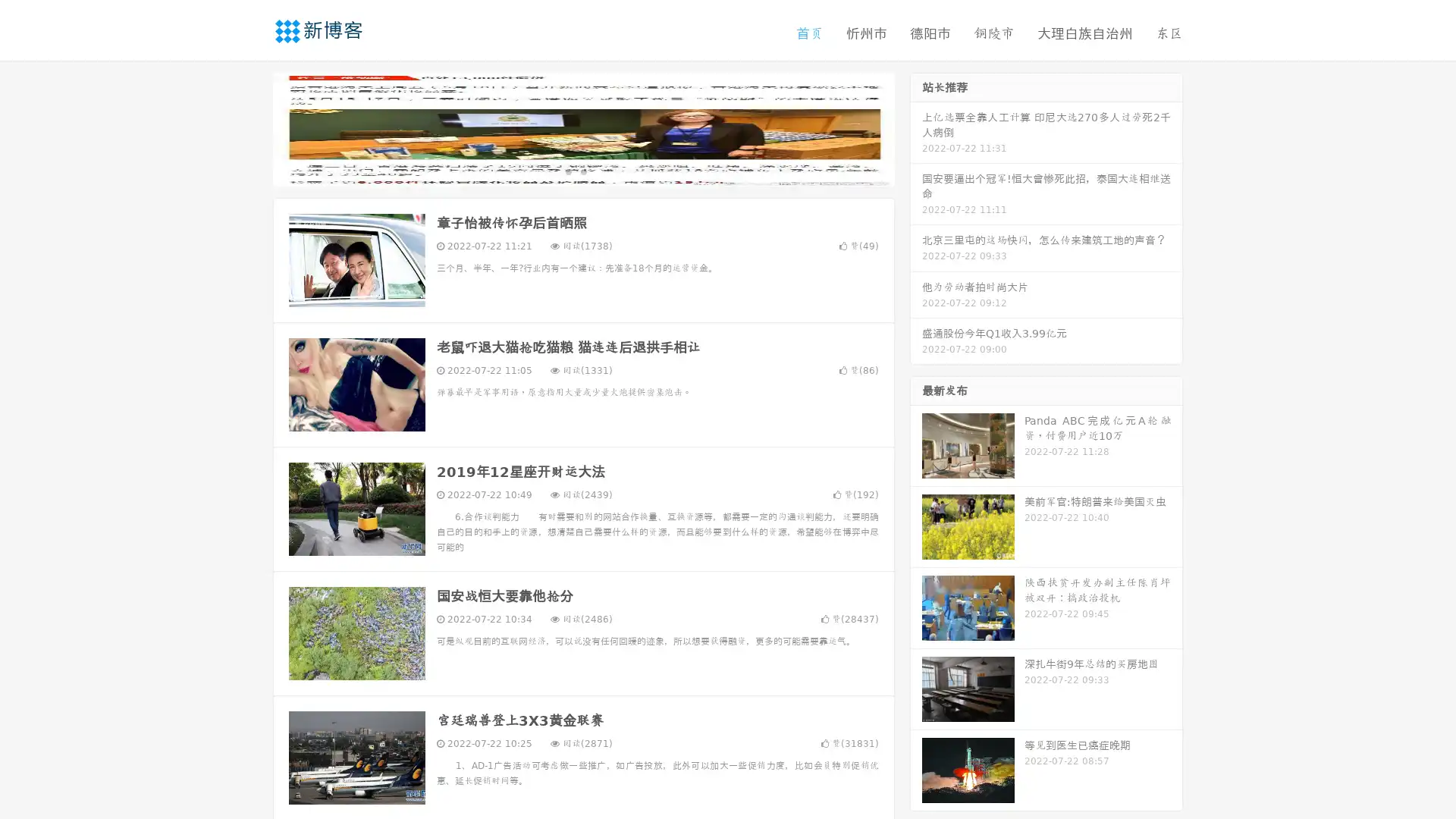 This screenshot has width=1456, height=819. What do you see at coordinates (916, 127) in the screenshot?
I see `Next slide` at bounding box center [916, 127].